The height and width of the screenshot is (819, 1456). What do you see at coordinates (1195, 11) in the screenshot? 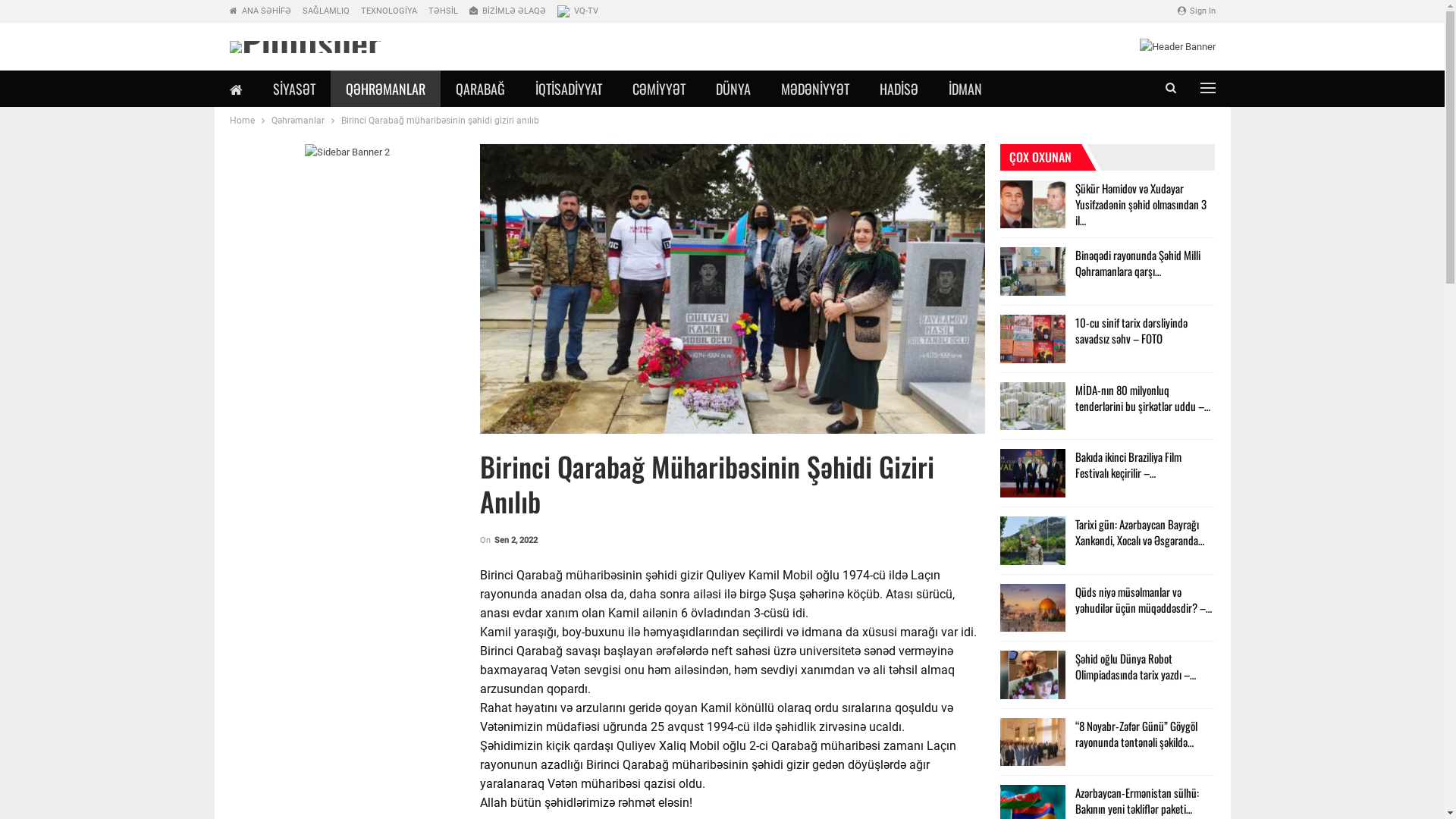
I see `'Sign In'` at bounding box center [1195, 11].